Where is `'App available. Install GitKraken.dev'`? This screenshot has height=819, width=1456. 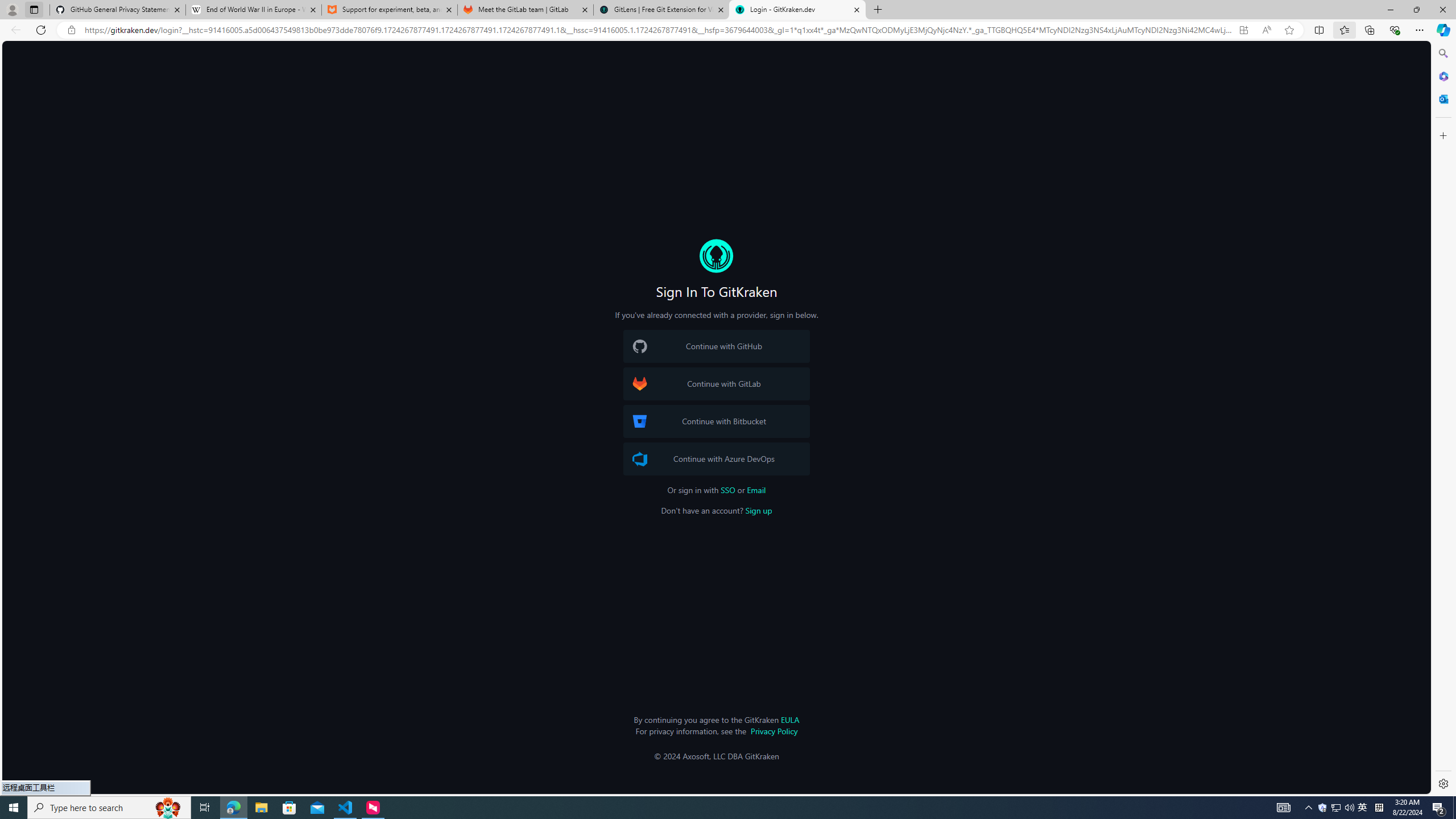
'App available. Install GitKraken.dev' is located at coordinates (1243, 30).